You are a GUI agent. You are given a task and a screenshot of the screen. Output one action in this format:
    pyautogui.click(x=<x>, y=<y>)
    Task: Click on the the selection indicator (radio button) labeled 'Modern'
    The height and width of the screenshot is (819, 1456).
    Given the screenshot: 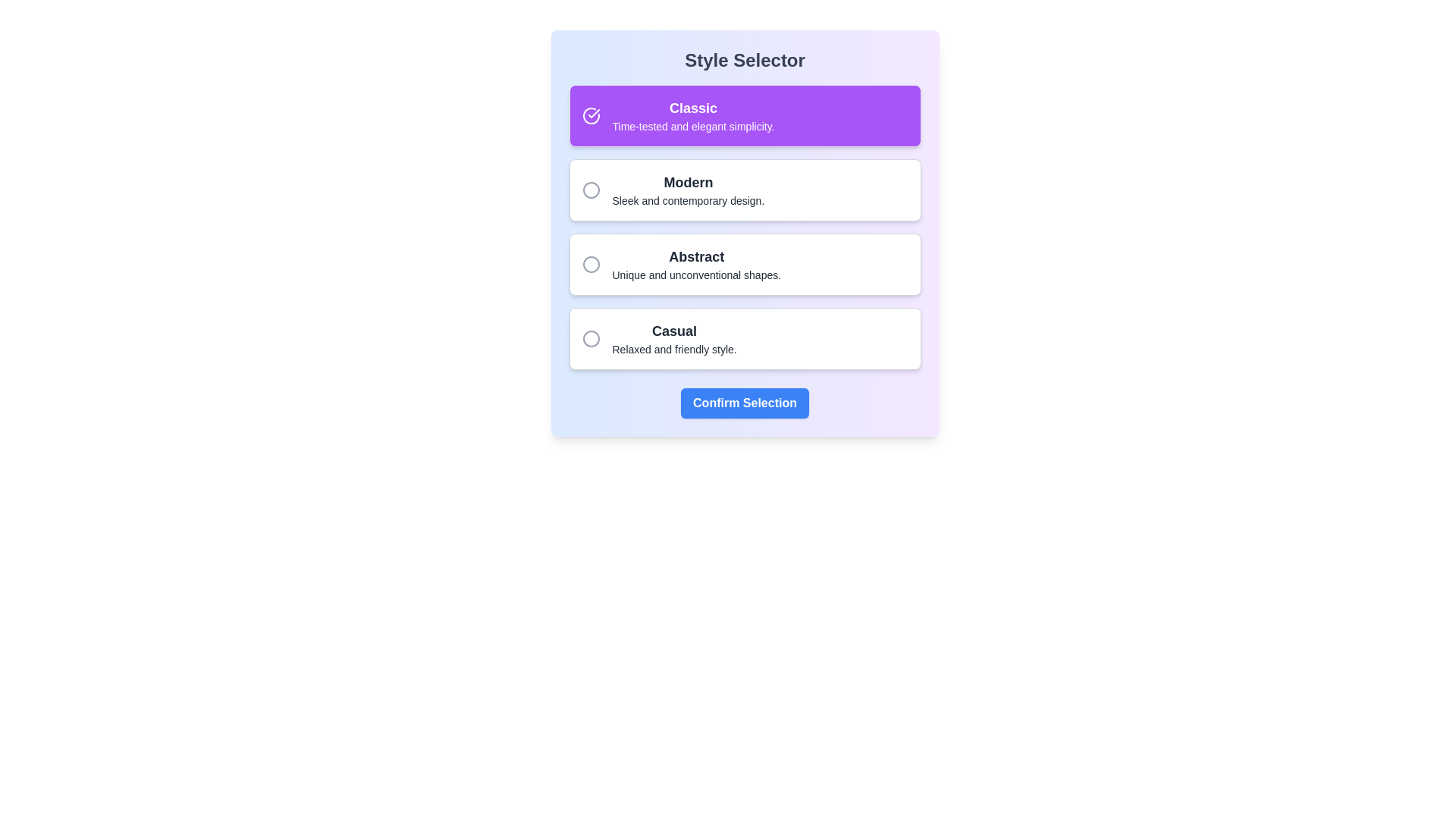 What is the action you would take?
    pyautogui.click(x=590, y=189)
    